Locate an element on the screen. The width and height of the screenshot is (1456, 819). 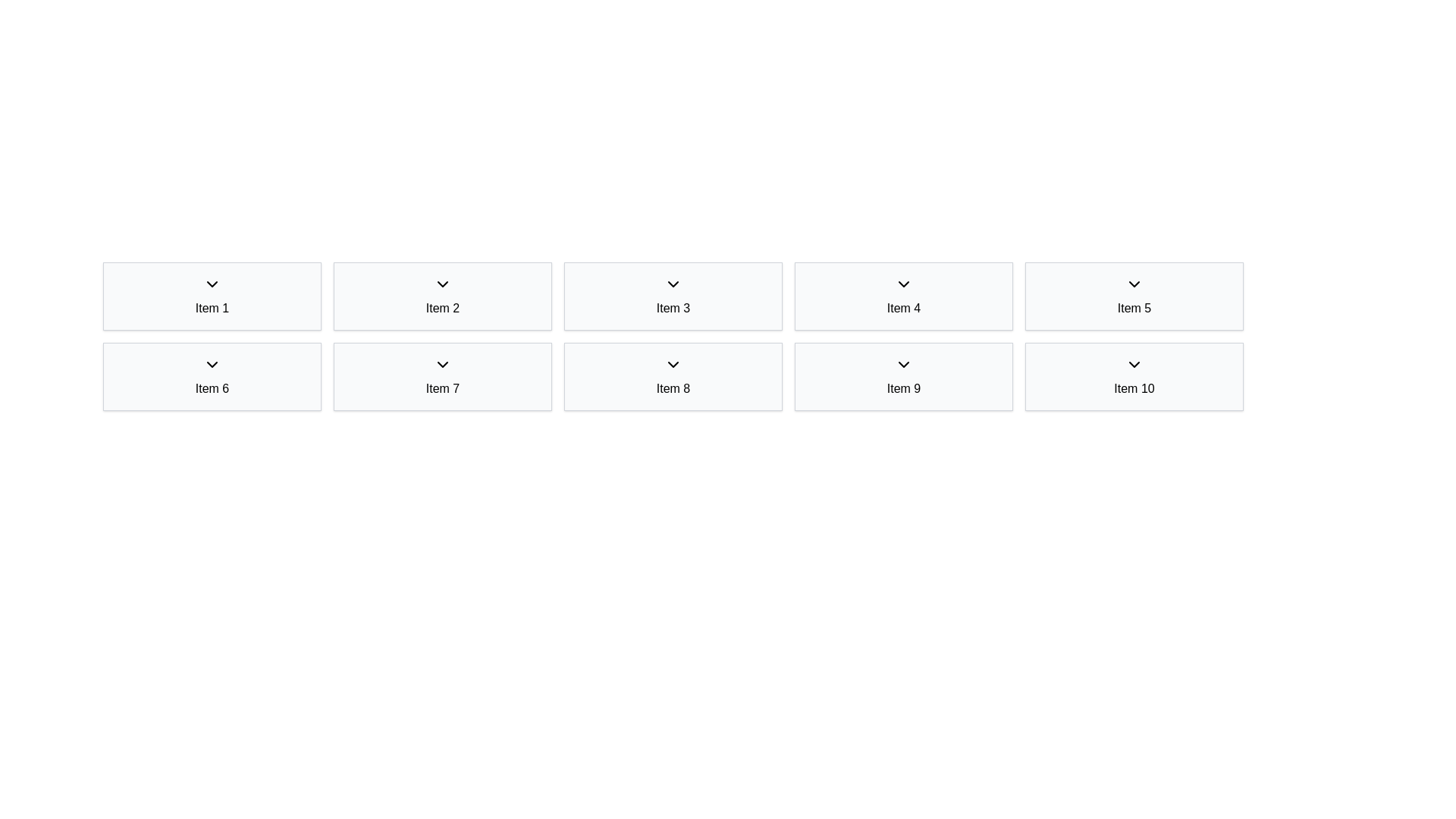
the descriptive label text located centrally underneath the chevron icon in the sixth item of the two-row grid structure is located at coordinates (211, 388).